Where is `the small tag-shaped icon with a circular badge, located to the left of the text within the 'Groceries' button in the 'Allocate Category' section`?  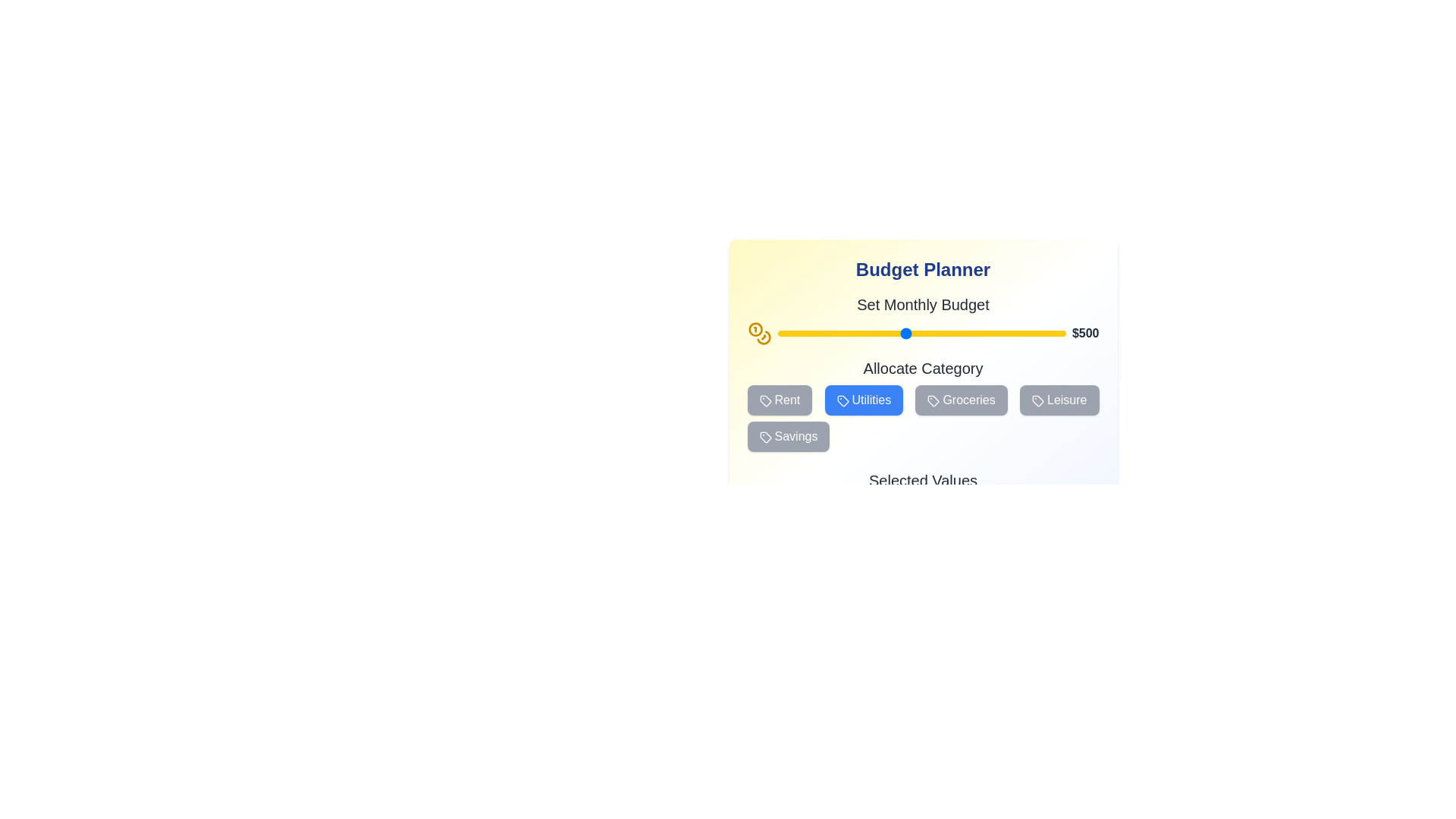
the small tag-shaped icon with a circular badge, located to the left of the text within the 'Groceries' button in the 'Allocate Category' section is located at coordinates (933, 400).